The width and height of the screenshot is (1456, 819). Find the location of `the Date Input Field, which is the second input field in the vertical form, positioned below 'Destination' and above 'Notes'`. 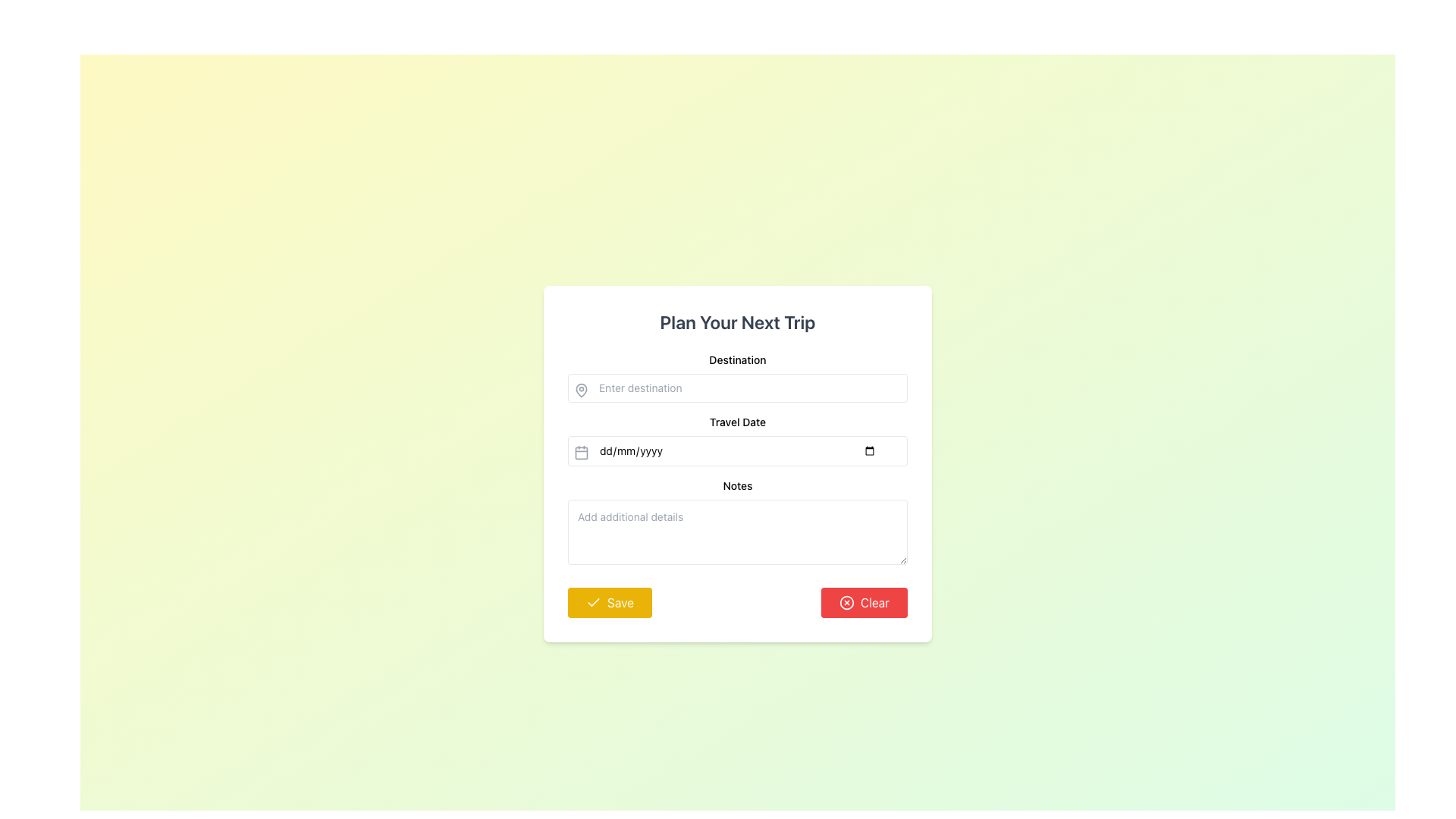

the Date Input Field, which is the second input field in the vertical form, positioned below 'Destination' and above 'Notes' is located at coordinates (738, 441).